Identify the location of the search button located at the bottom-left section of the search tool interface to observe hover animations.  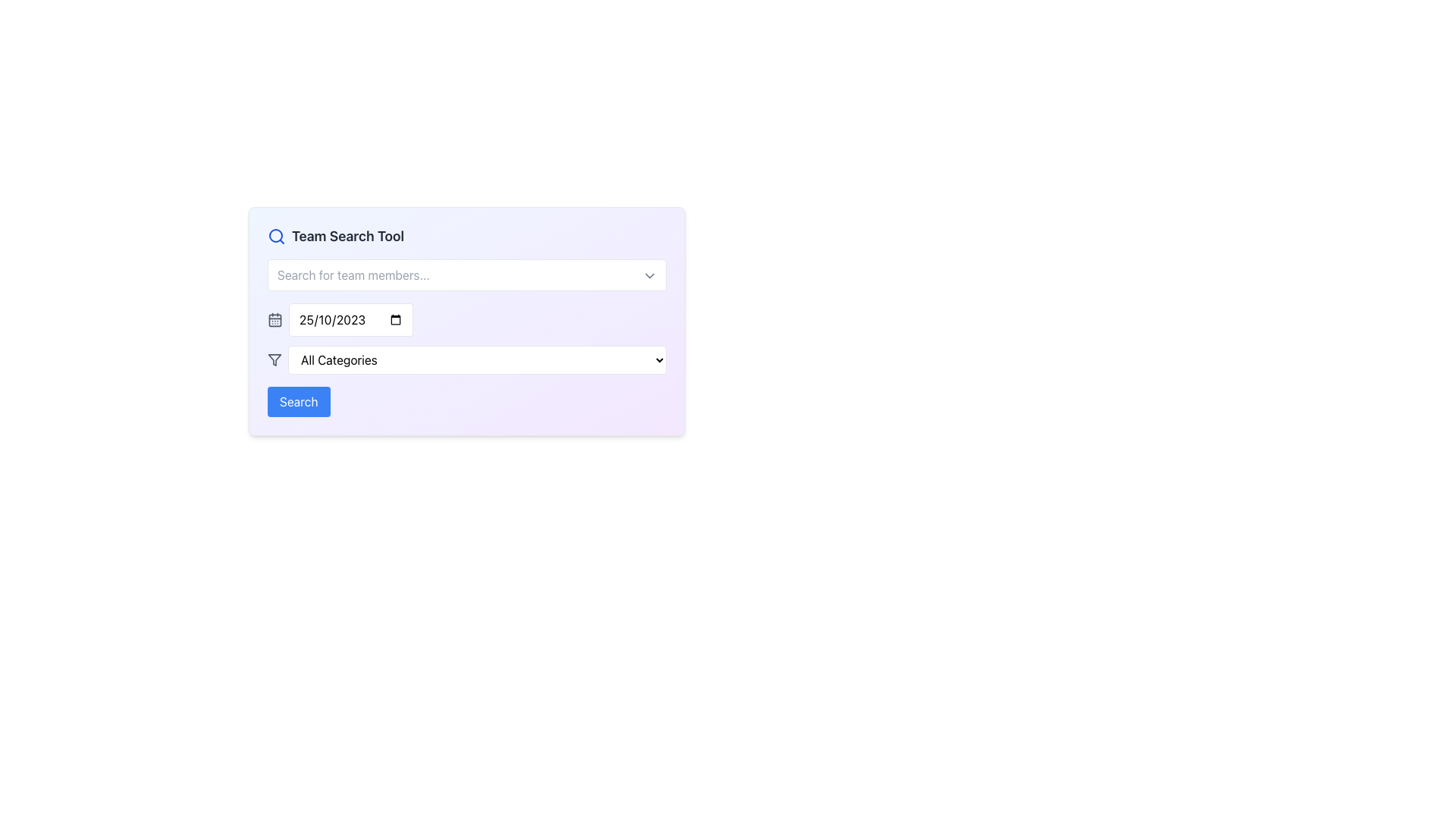
(299, 400).